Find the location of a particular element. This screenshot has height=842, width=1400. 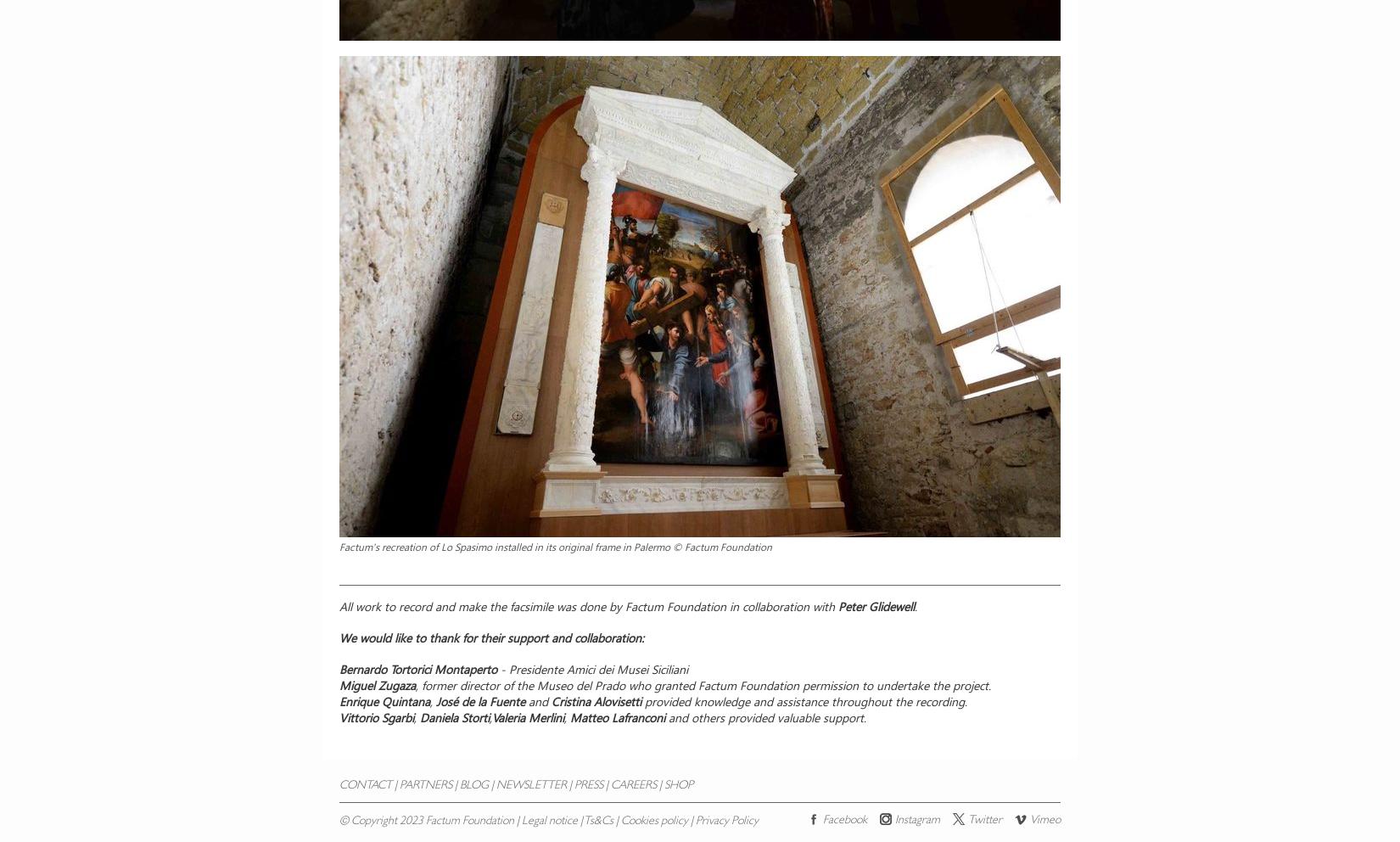

'Vimeo' is located at coordinates (1045, 820).